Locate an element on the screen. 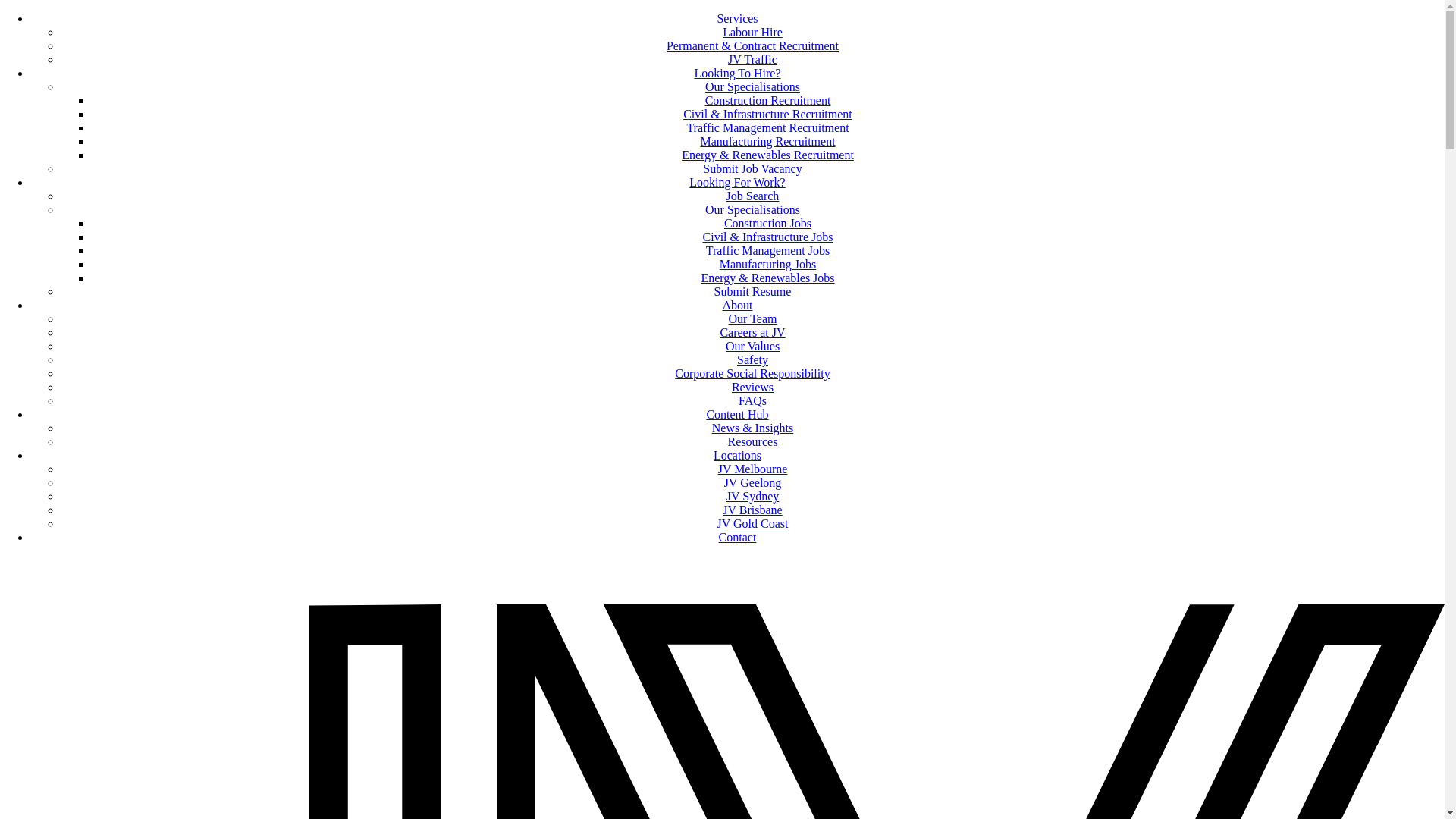 This screenshot has height=819, width=1456. 'Energy & Renewables Recruitment' is located at coordinates (680, 155).